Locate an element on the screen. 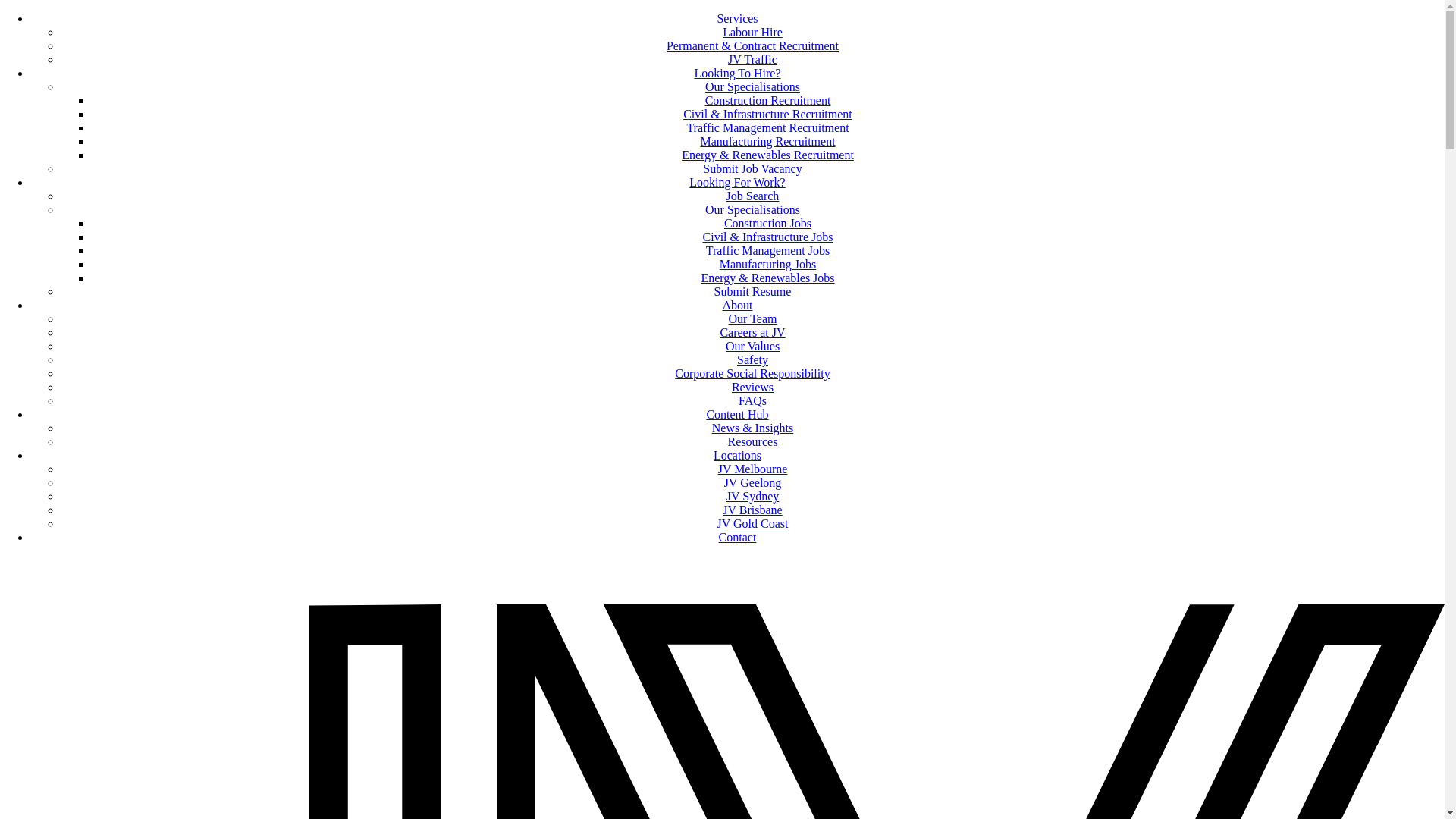 This screenshot has height=819, width=1456. 'Energy & Renewables Recruitment' is located at coordinates (680, 155).